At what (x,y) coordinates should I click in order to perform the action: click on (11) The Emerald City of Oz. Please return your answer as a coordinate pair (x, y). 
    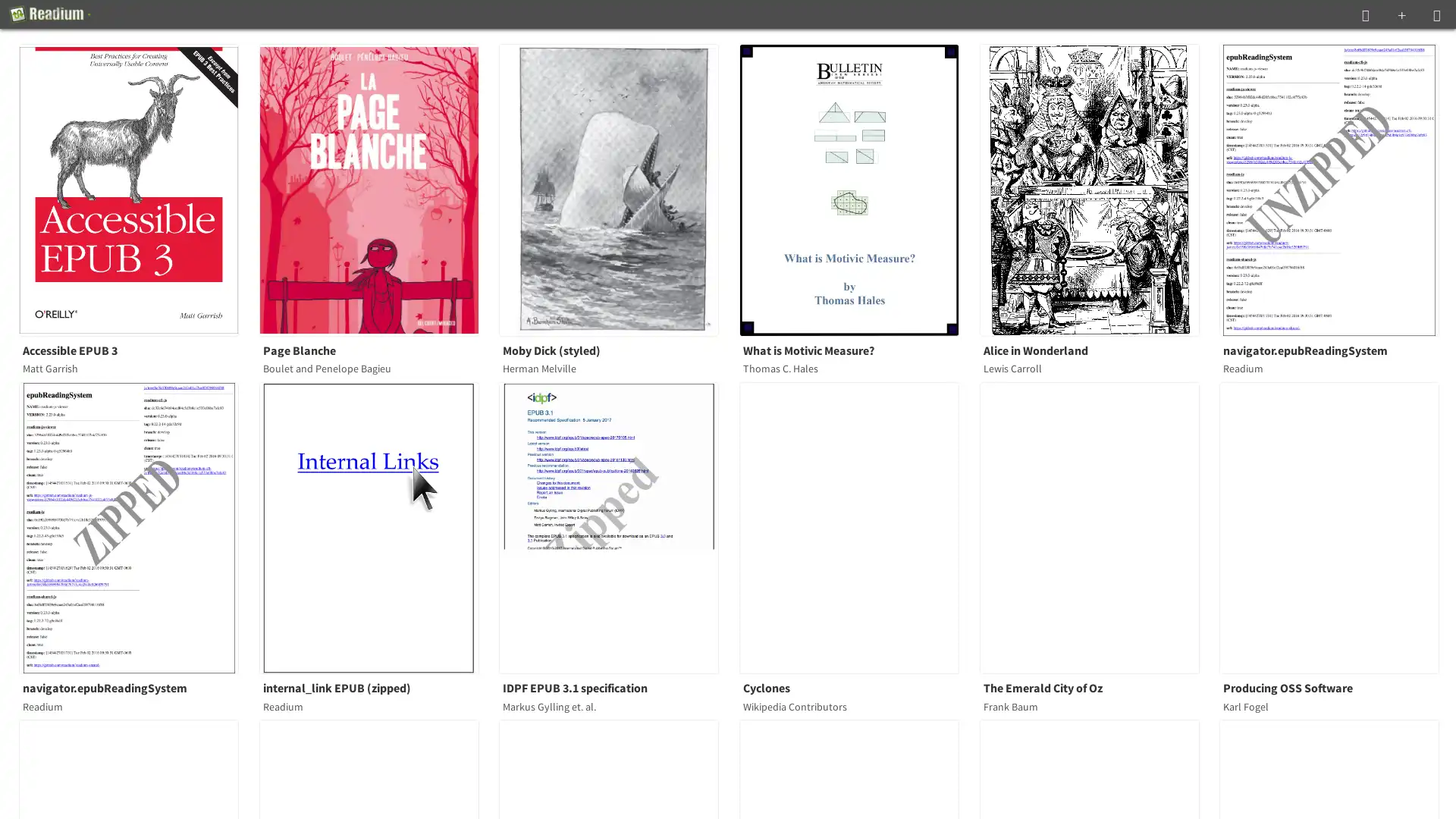
    Looking at the image, I should click on (1098, 526).